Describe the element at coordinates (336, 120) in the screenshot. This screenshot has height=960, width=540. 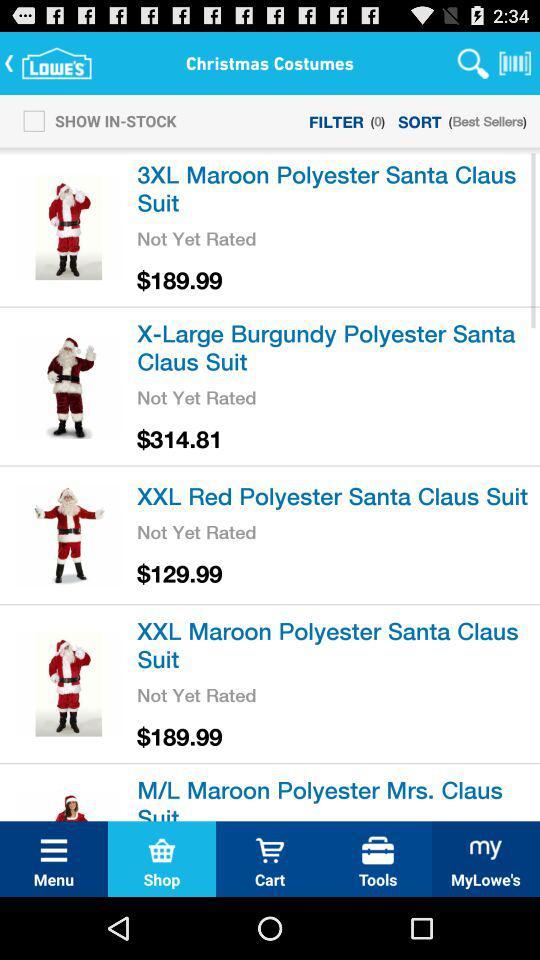
I see `icon next to show in-stock item` at that location.